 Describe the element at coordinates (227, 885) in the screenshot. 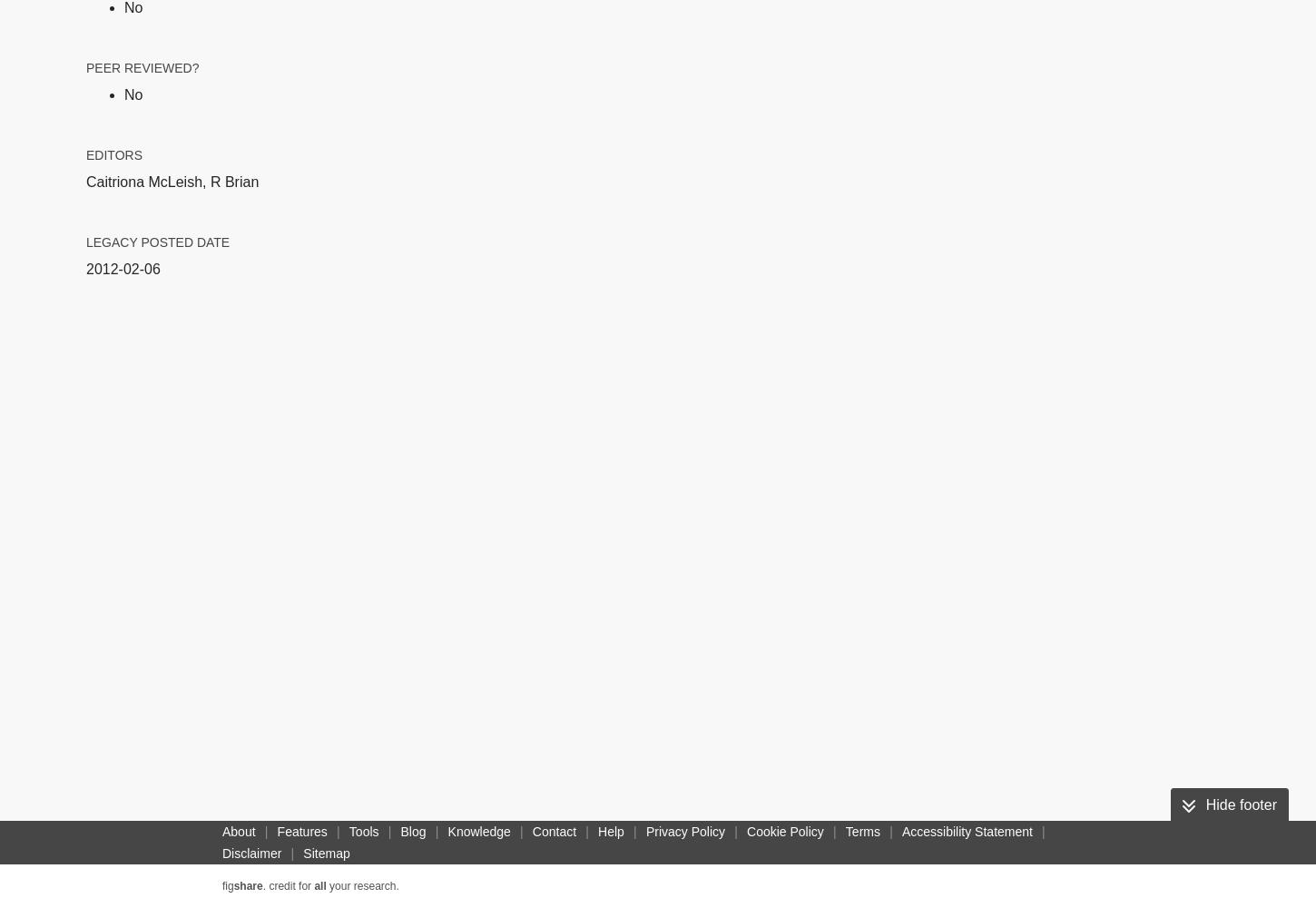

I see `'fig'` at that location.